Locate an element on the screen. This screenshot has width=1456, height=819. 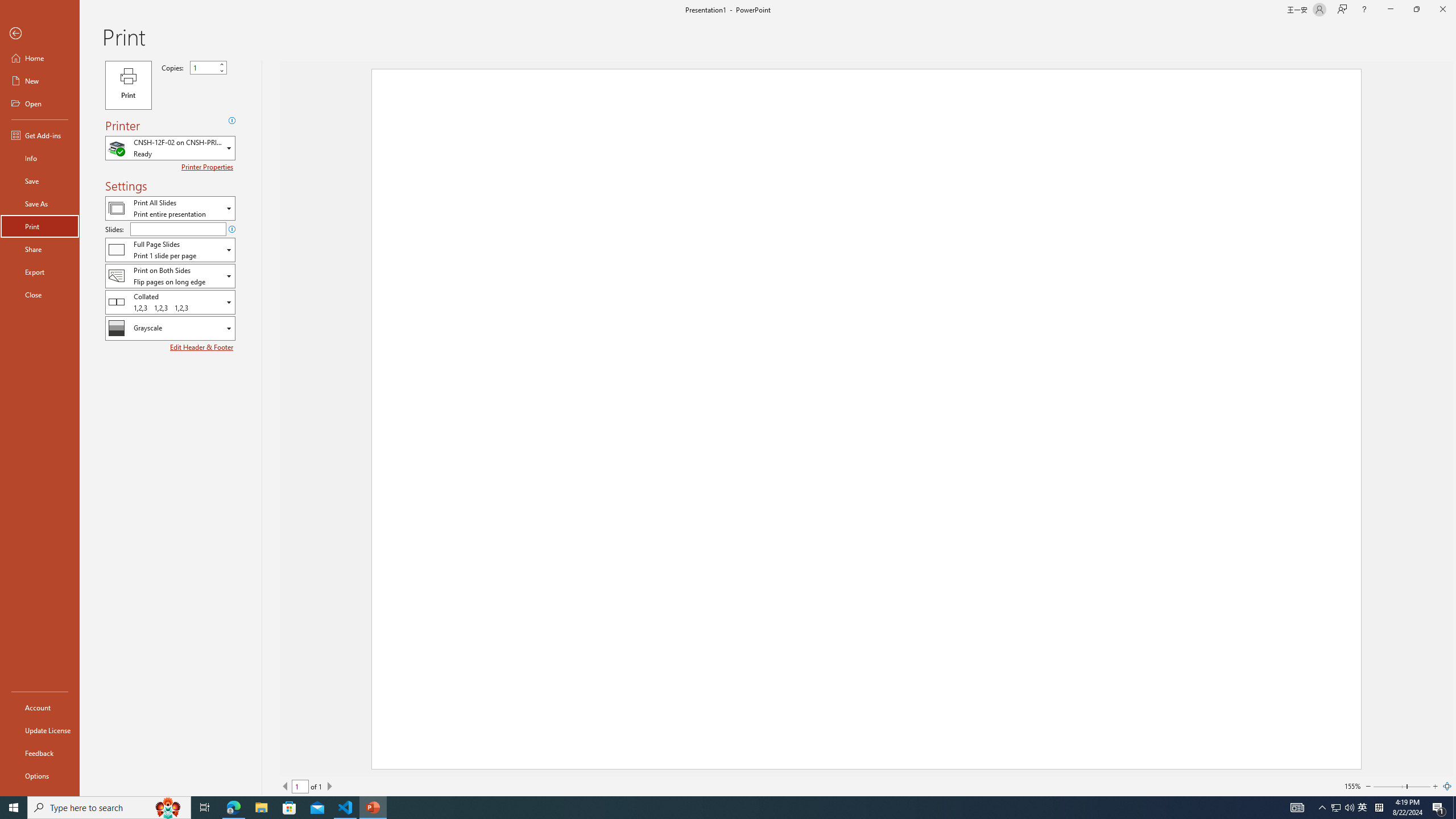
'Get Add-ins' is located at coordinates (39, 135).